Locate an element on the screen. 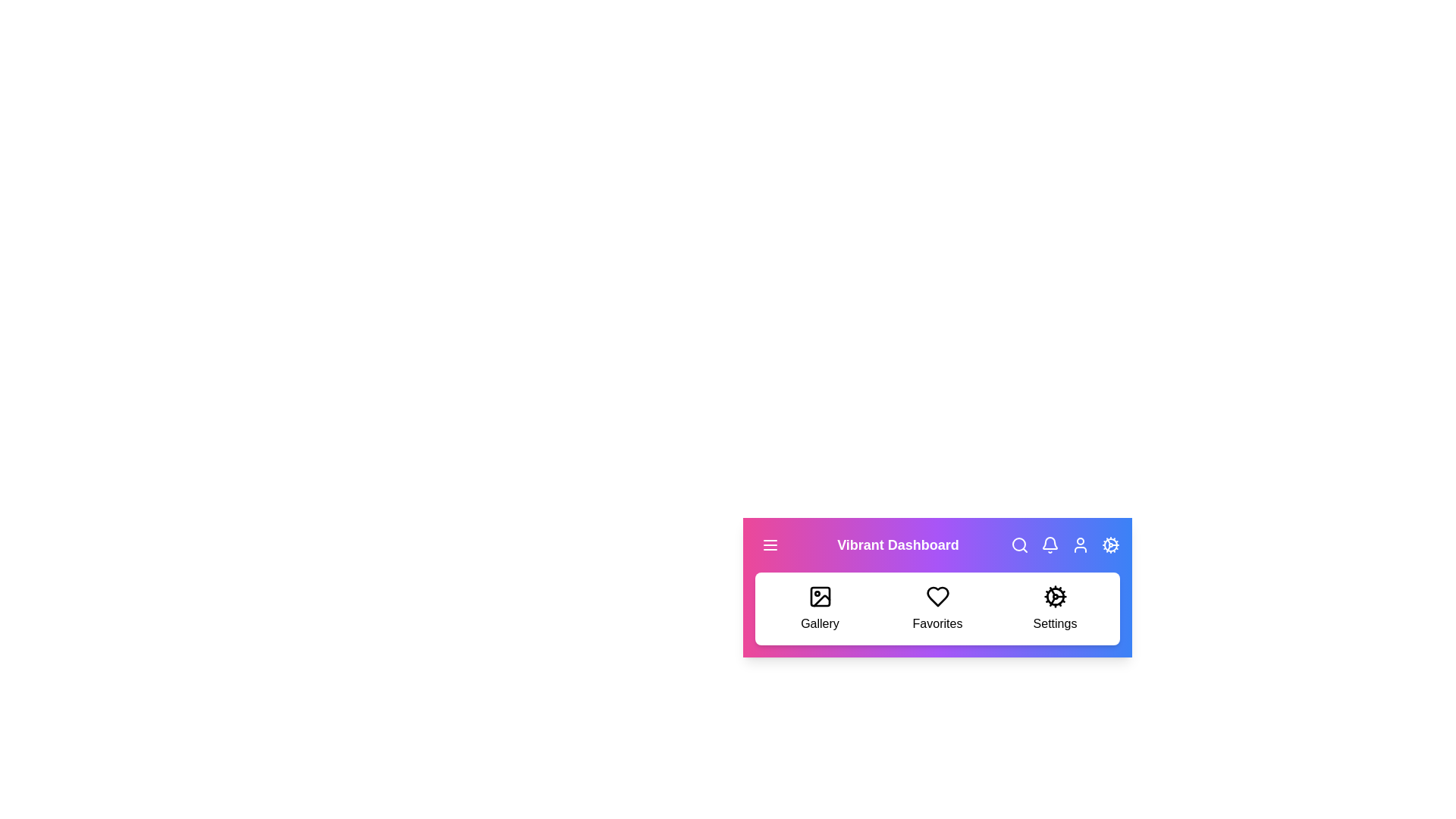 Image resolution: width=1456 pixels, height=819 pixels. the user profile button to access the user profile is located at coordinates (1080, 544).